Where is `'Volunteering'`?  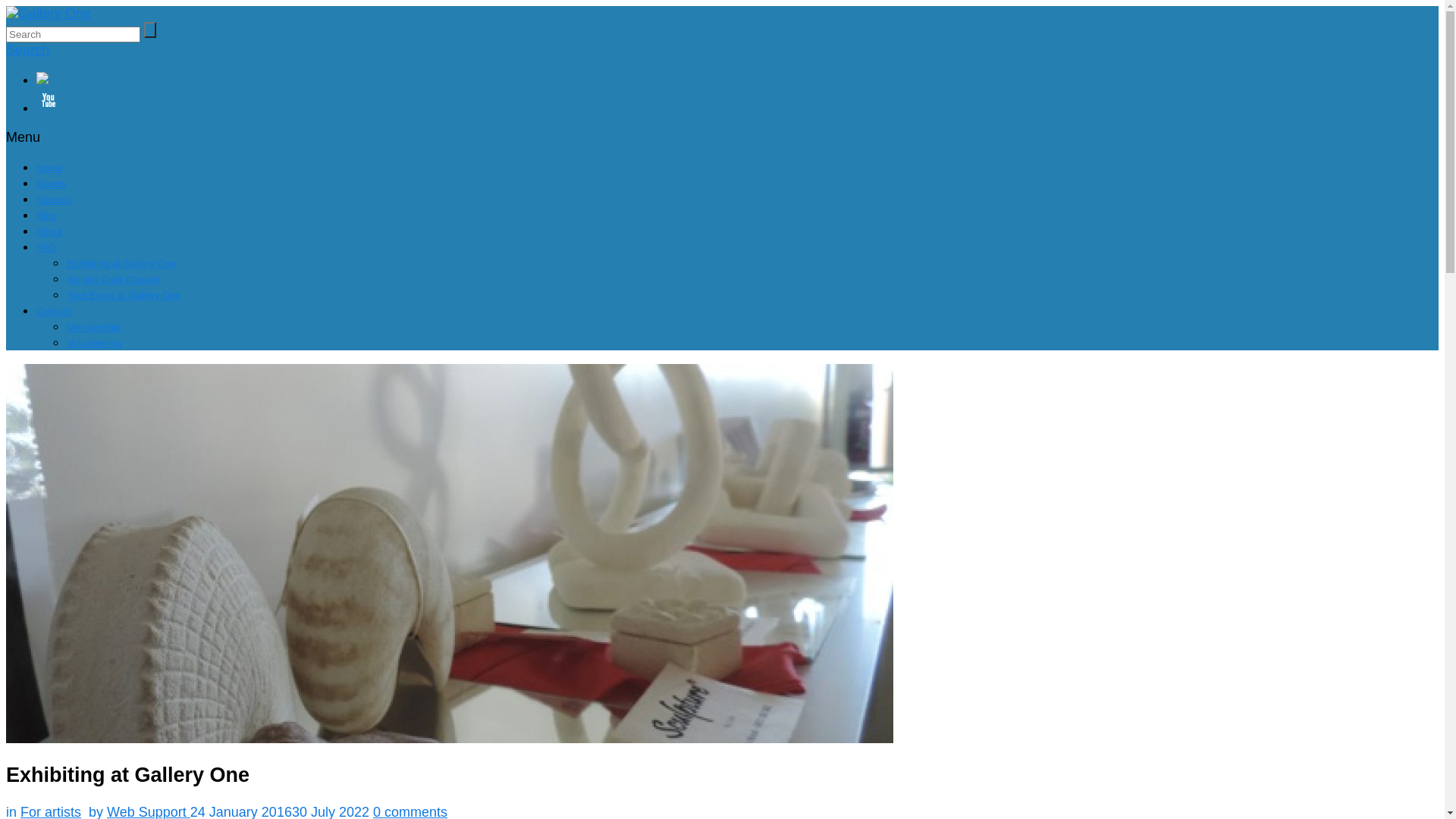 'Volunteering' is located at coordinates (65, 343).